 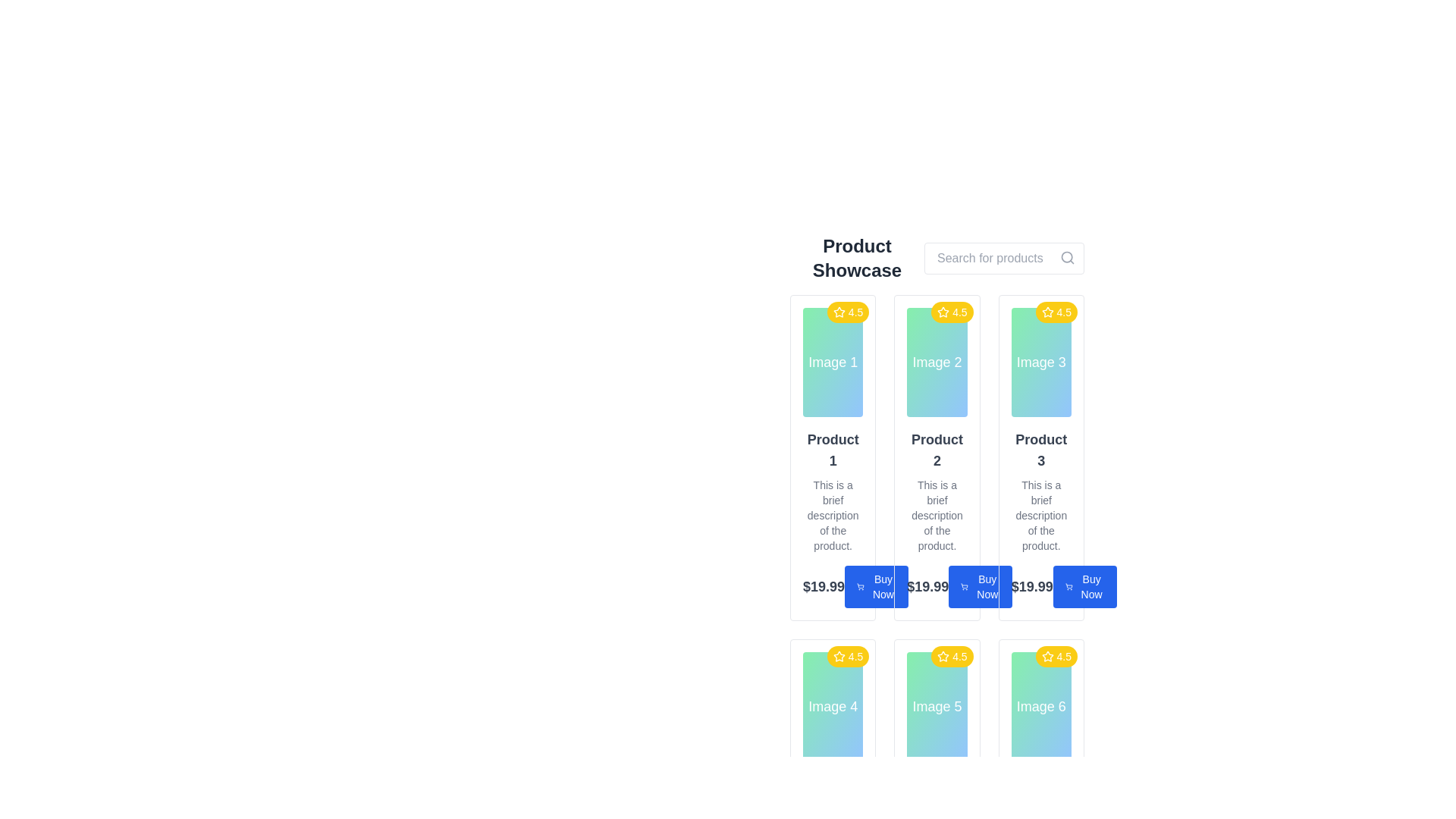 What do you see at coordinates (943, 656) in the screenshot?
I see `the rating star icon located in the upper-right corner of 'Image 5' in the product showcase grid to denote the product's rating of 4.5` at bounding box center [943, 656].